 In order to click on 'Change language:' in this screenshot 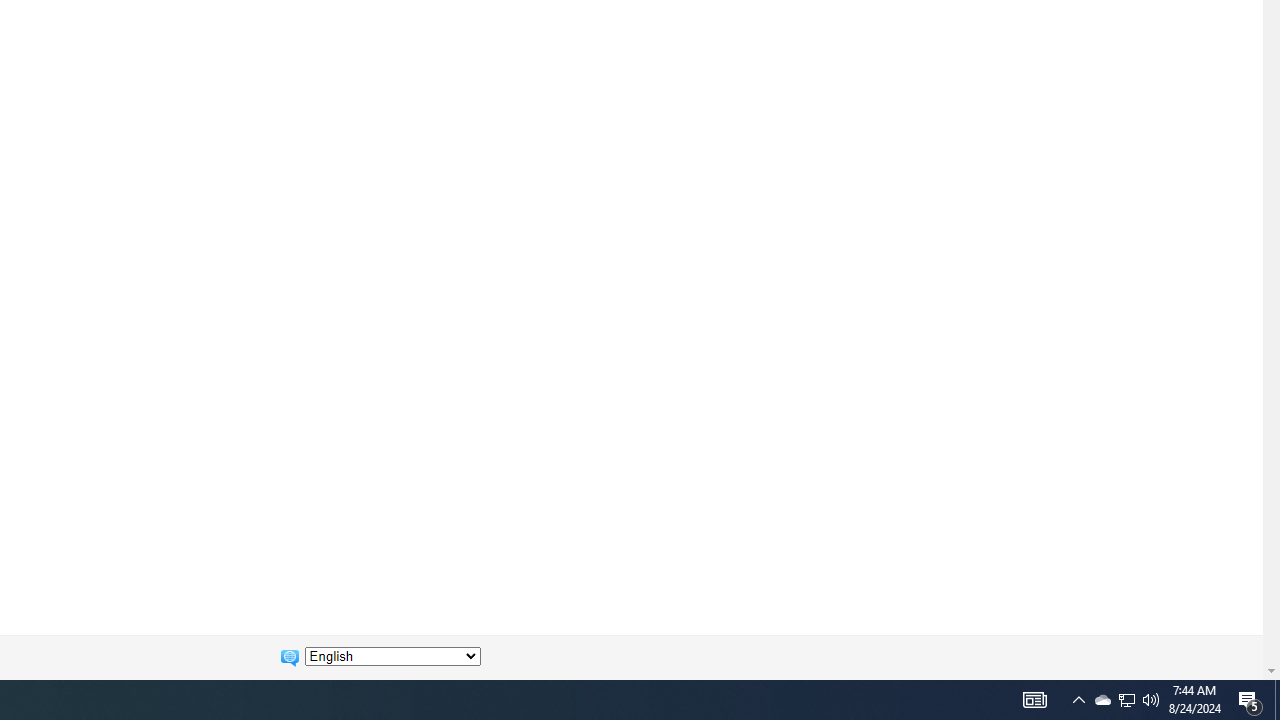, I will do `click(392, 656)`.